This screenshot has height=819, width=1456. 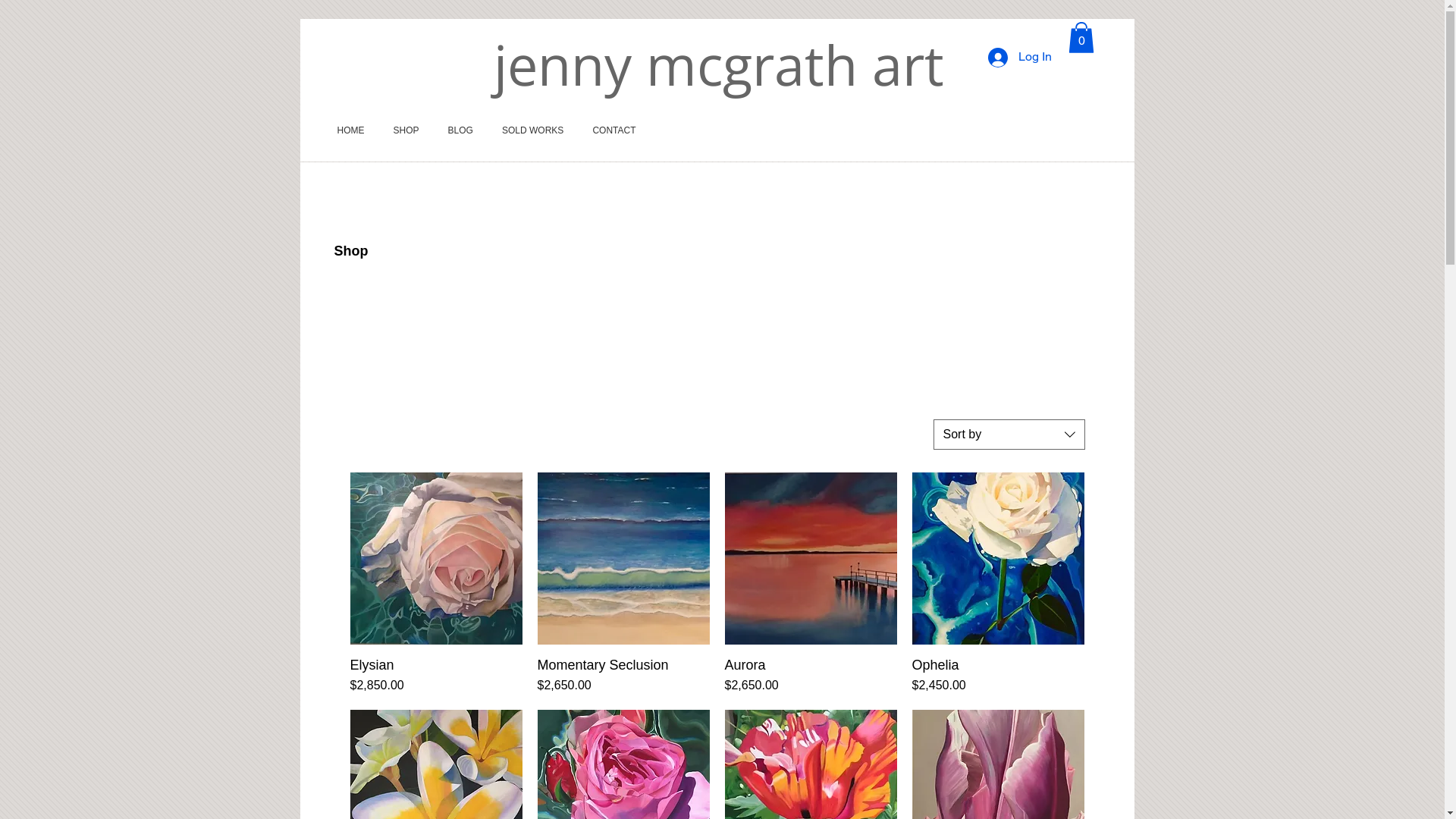 What do you see at coordinates (1019, 57) in the screenshot?
I see `'Log In'` at bounding box center [1019, 57].